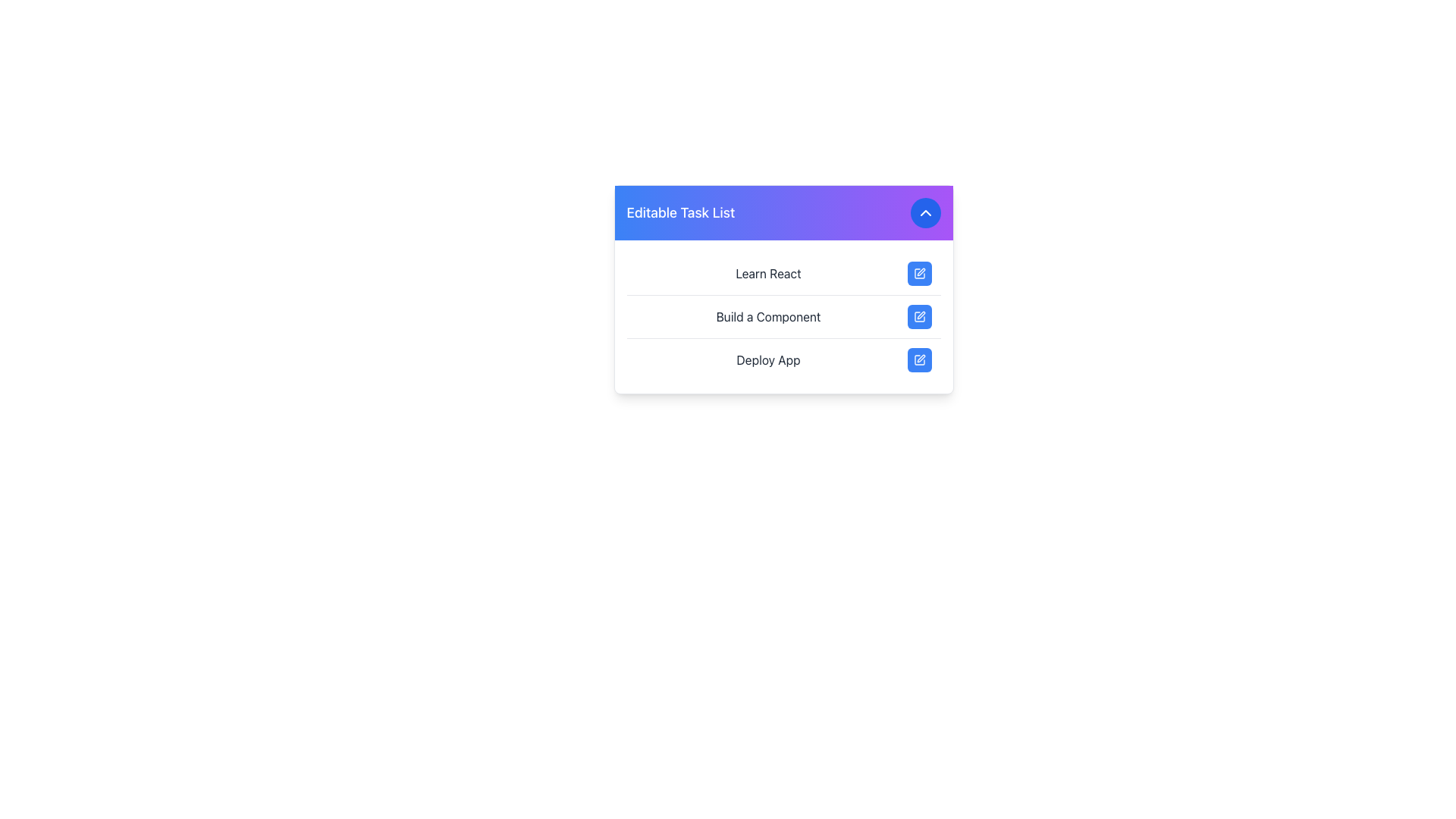  I want to click on the 'Edit' button located to the right of the 'Build a Component' label, so click(918, 315).